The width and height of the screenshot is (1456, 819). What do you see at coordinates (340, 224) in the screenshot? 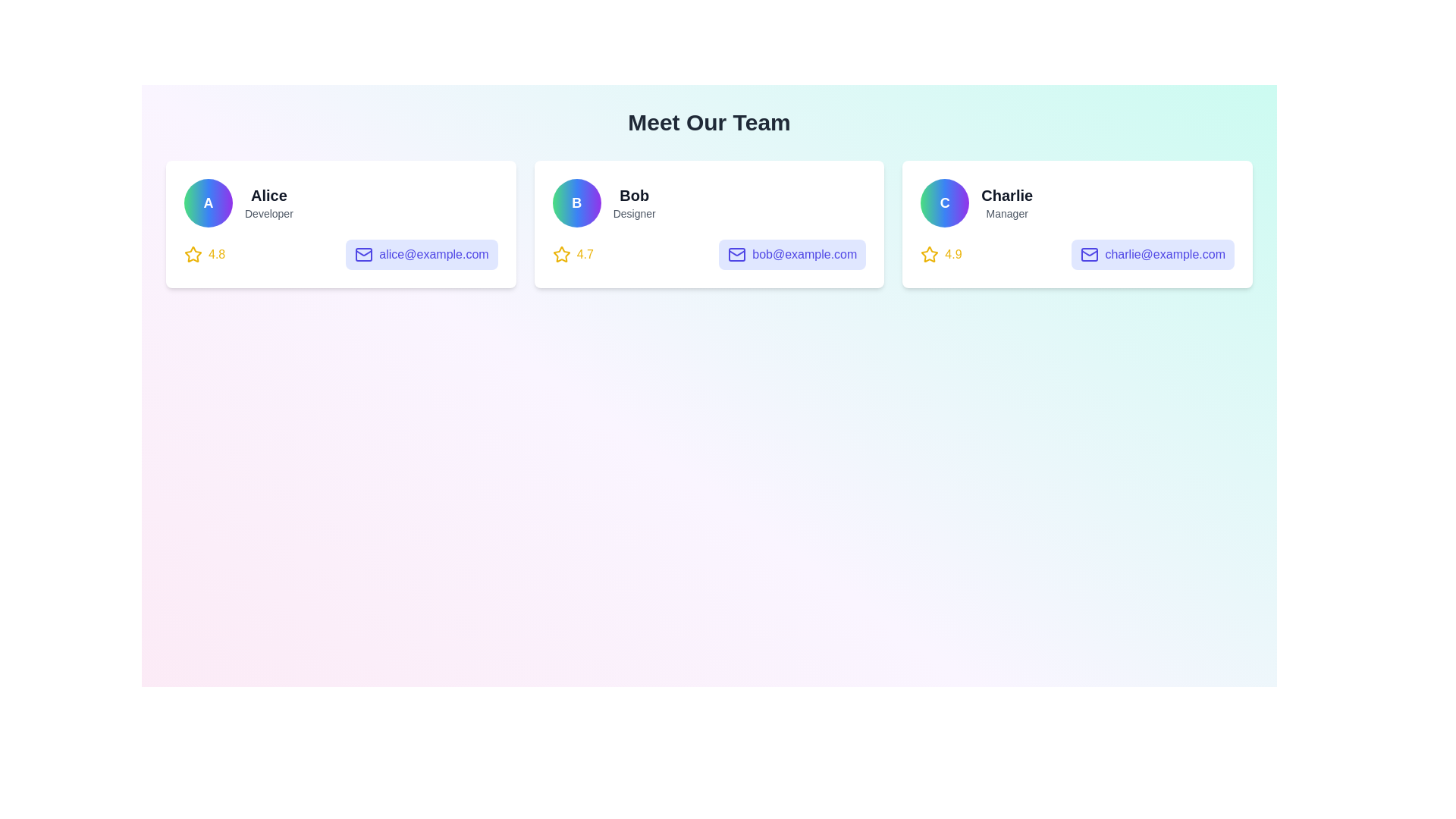
I see `textual information displayed in the first team member's profile card, which includes the member's name, role, rating, and email address` at bounding box center [340, 224].